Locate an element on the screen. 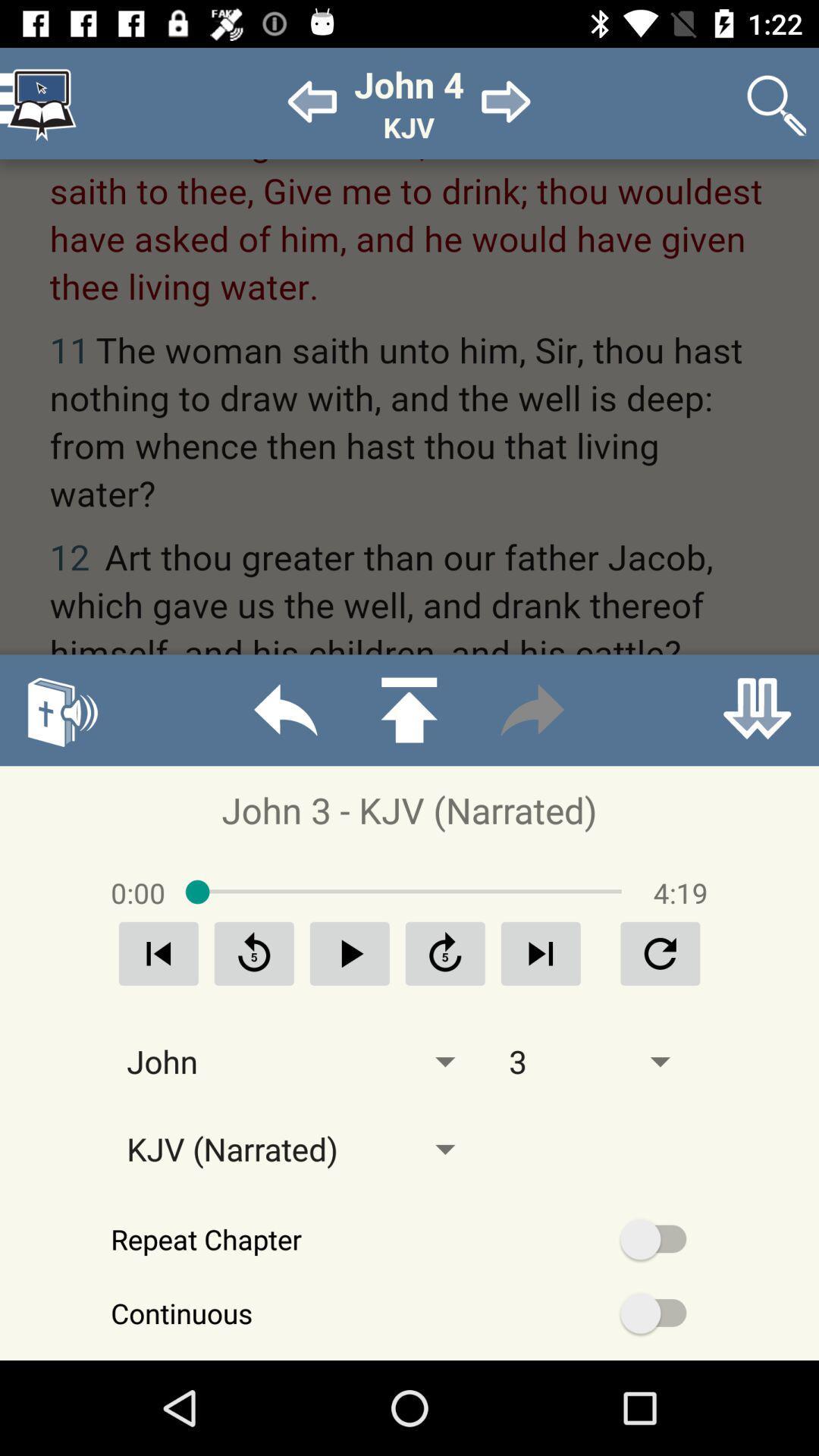 Image resolution: width=819 pixels, height=1456 pixels. previous track is located at coordinates (158, 952).